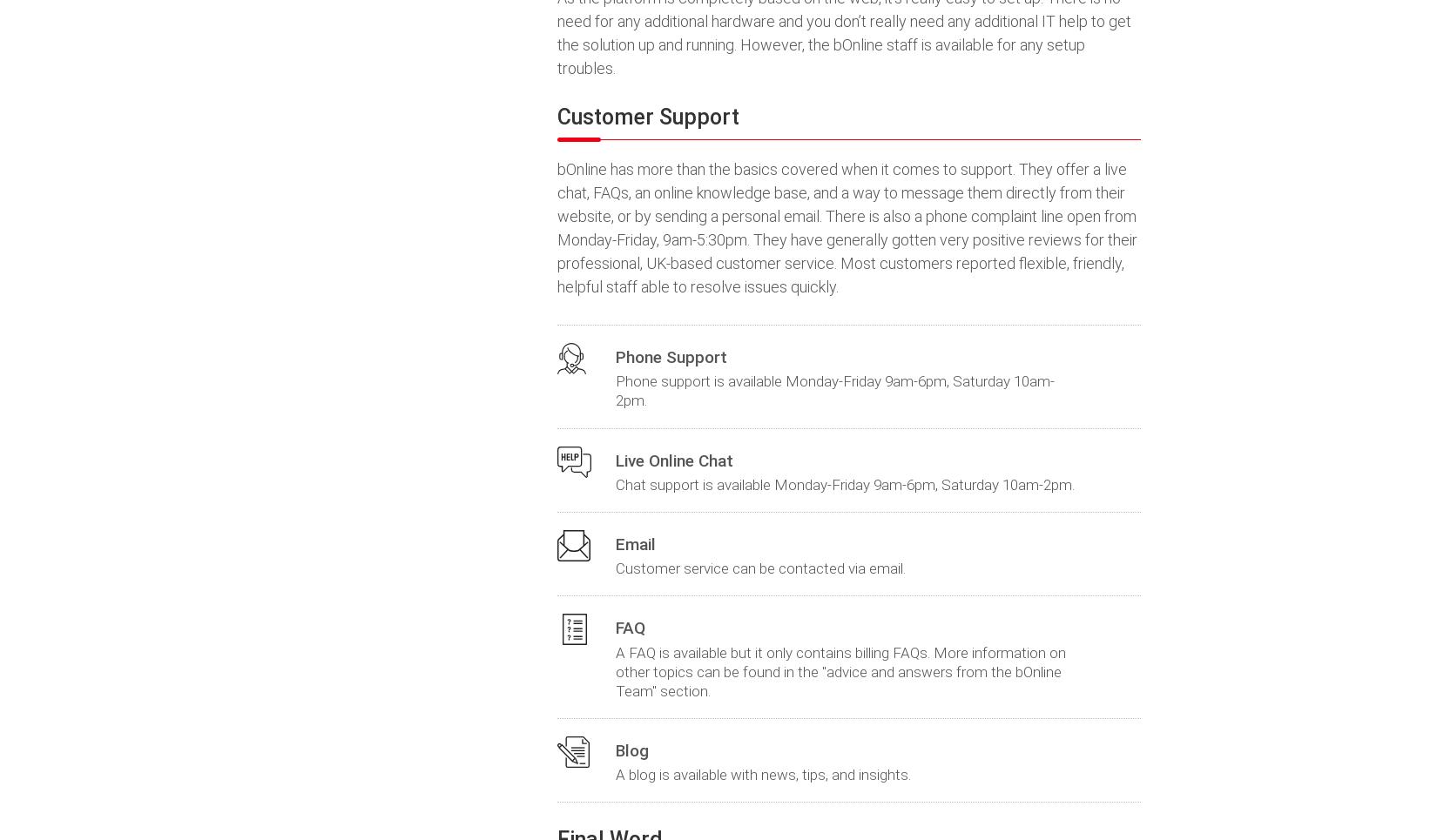 This screenshot has height=840, width=1437. Describe the element at coordinates (763, 775) in the screenshot. I see `'A blog is available with news, tips, and insights.'` at that location.